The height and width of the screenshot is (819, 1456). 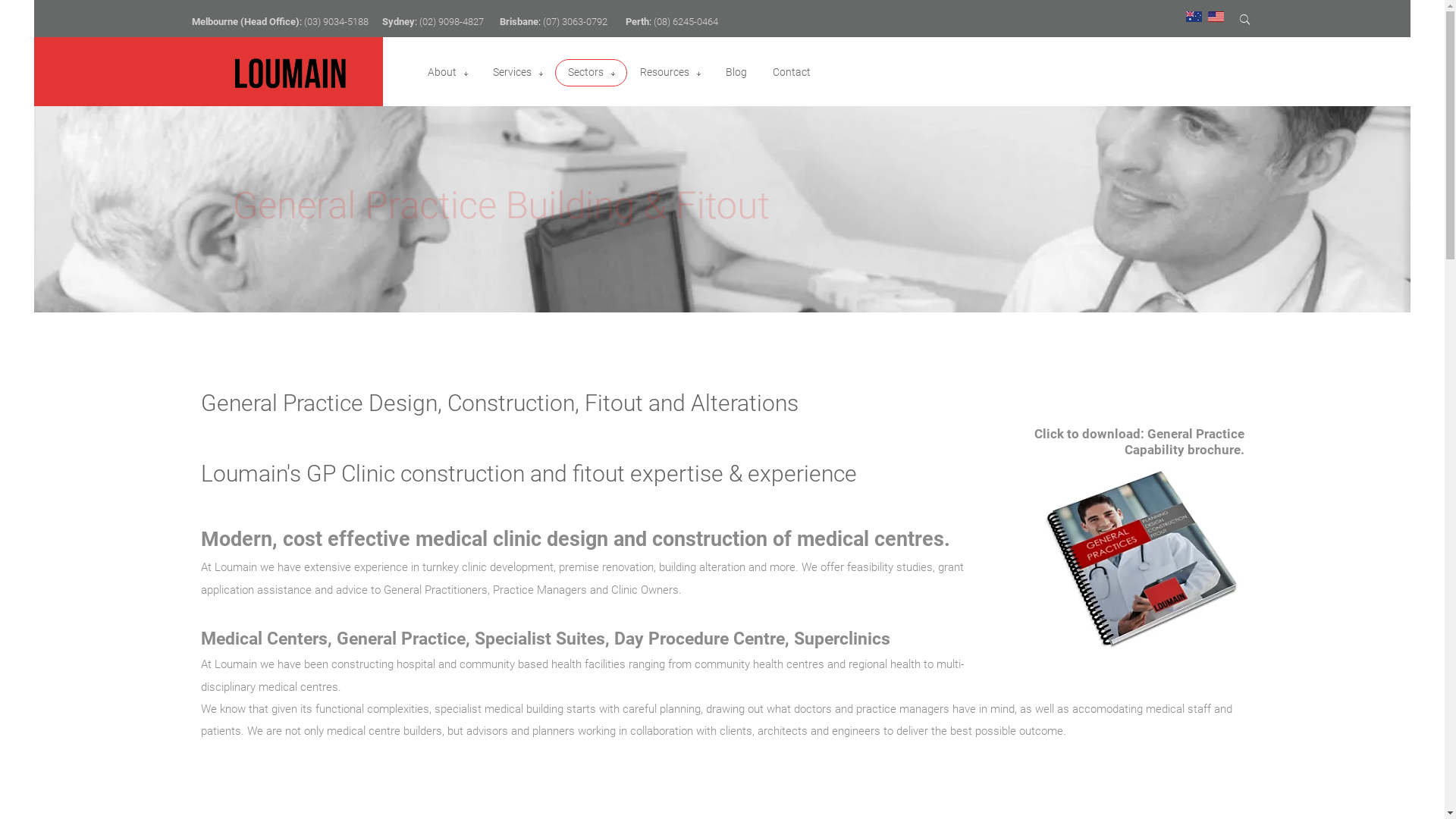 I want to click on 'Click to download: General Practice', so click(x=1139, y=433).